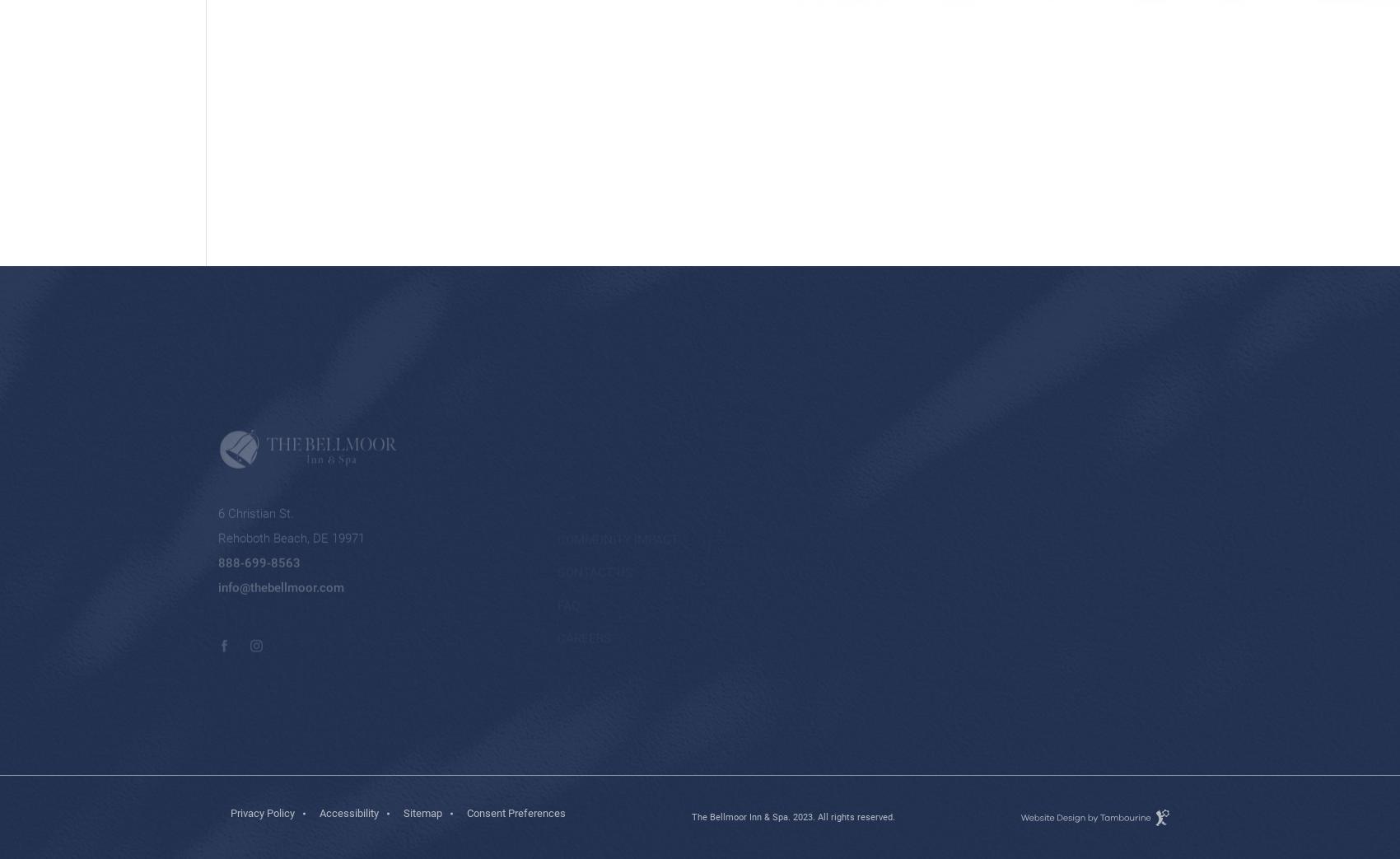 This screenshot has height=859, width=1400. Describe the element at coordinates (465, 813) in the screenshot. I see `'Consent Preferences'` at that location.